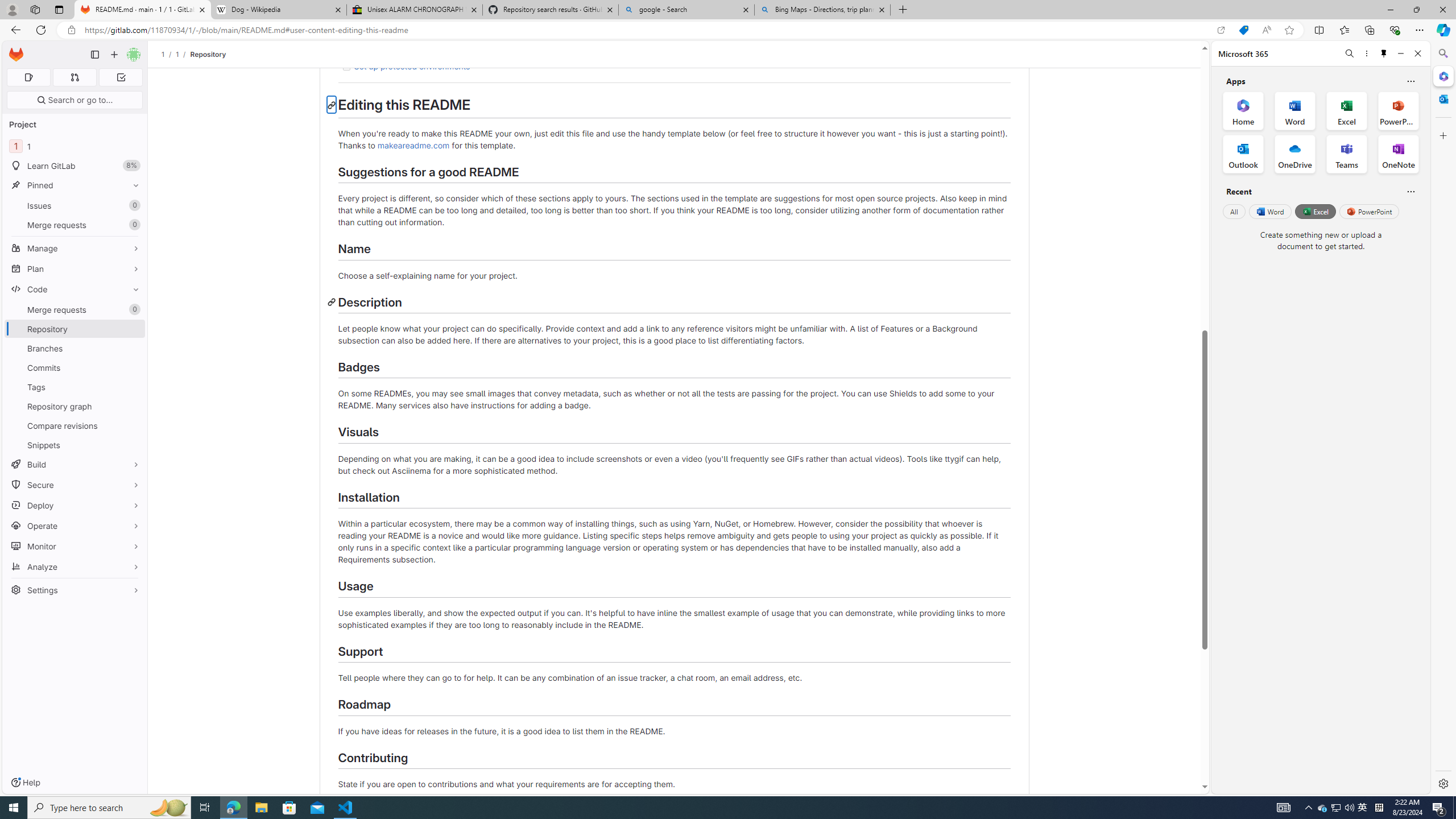  Describe the element at coordinates (1243, 111) in the screenshot. I see `'Home Office App'` at that location.